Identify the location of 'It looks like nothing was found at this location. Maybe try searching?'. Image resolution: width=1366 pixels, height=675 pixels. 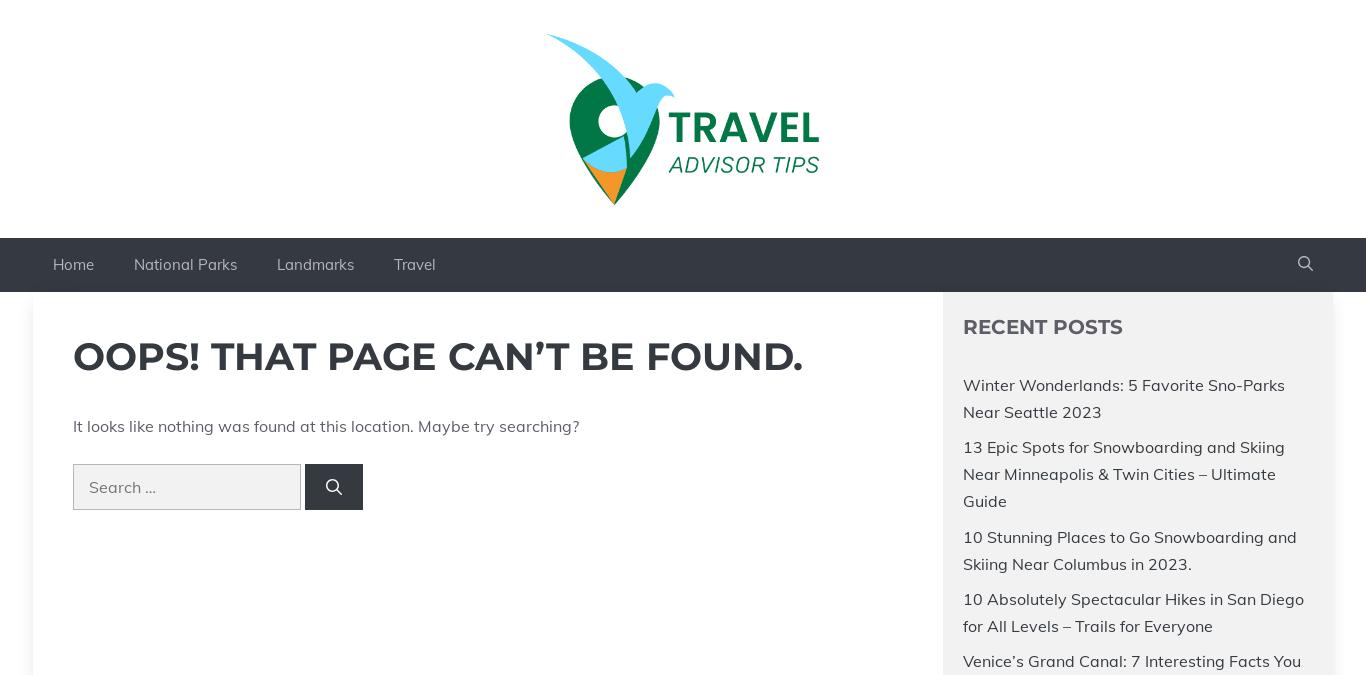
(326, 424).